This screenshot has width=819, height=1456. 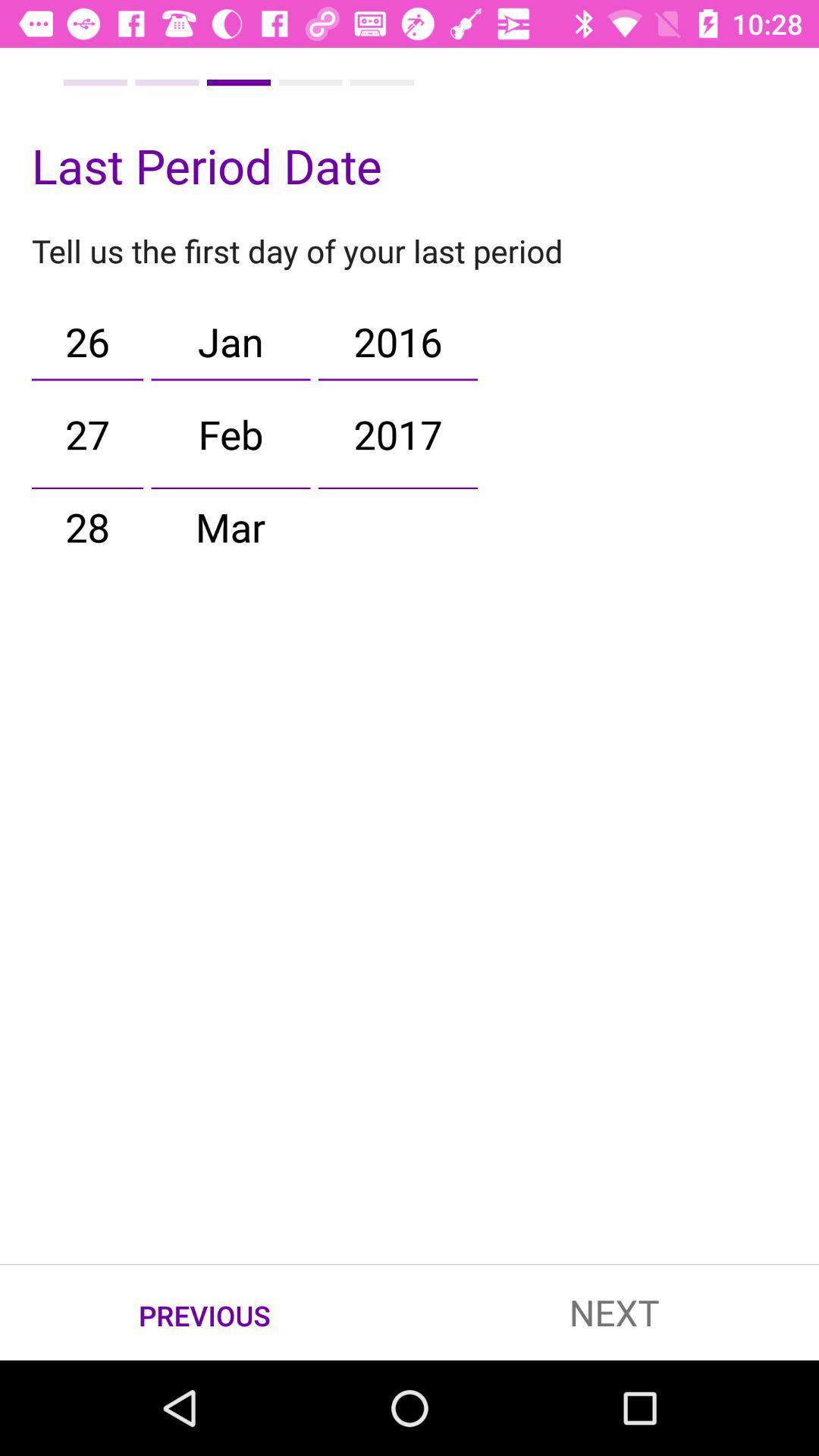 What do you see at coordinates (614, 1312) in the screenshot?
I see `the next item` at bounding box center [614, 1312].